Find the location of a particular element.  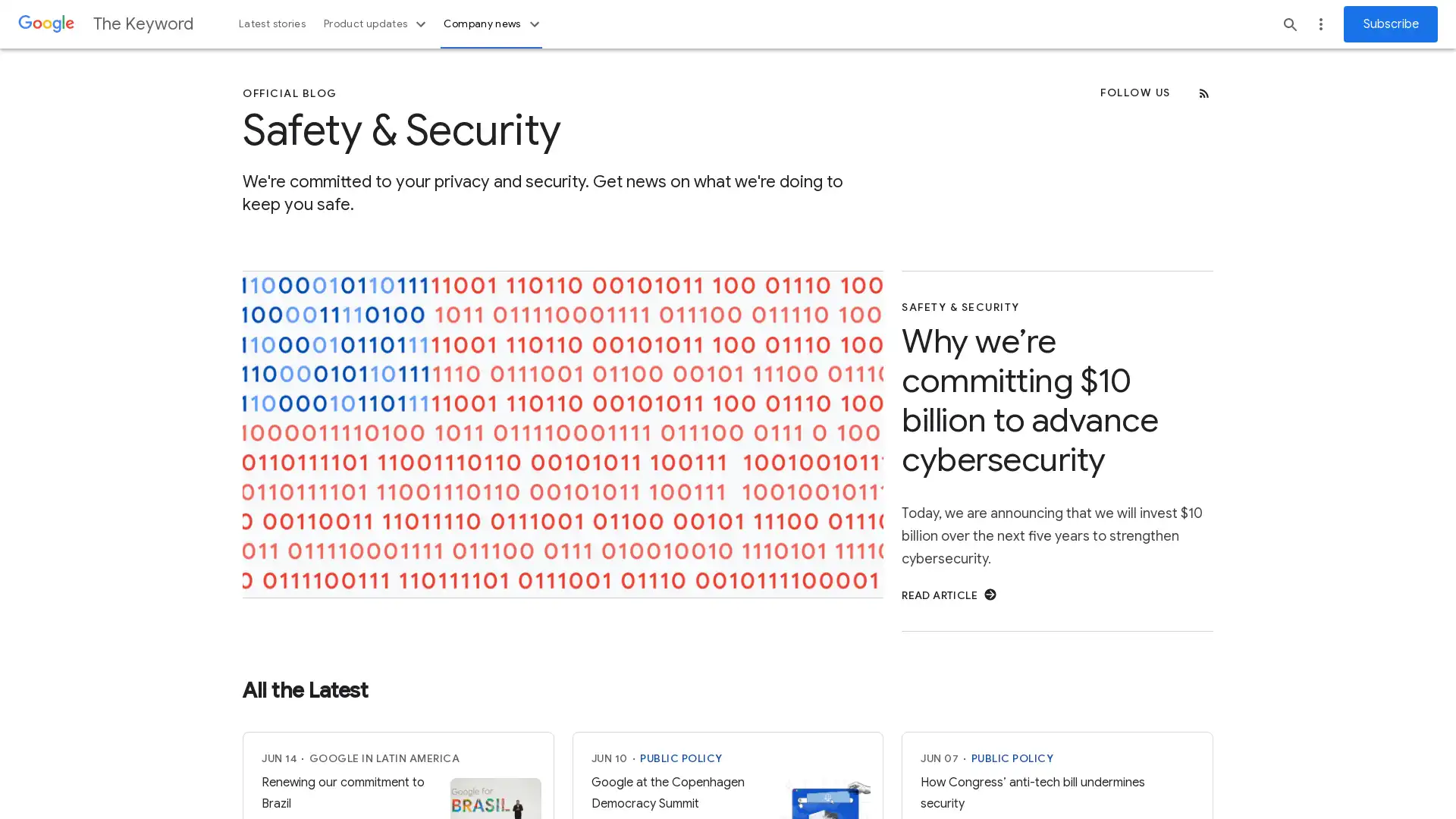

Search is located at coordinates (1290, 24).